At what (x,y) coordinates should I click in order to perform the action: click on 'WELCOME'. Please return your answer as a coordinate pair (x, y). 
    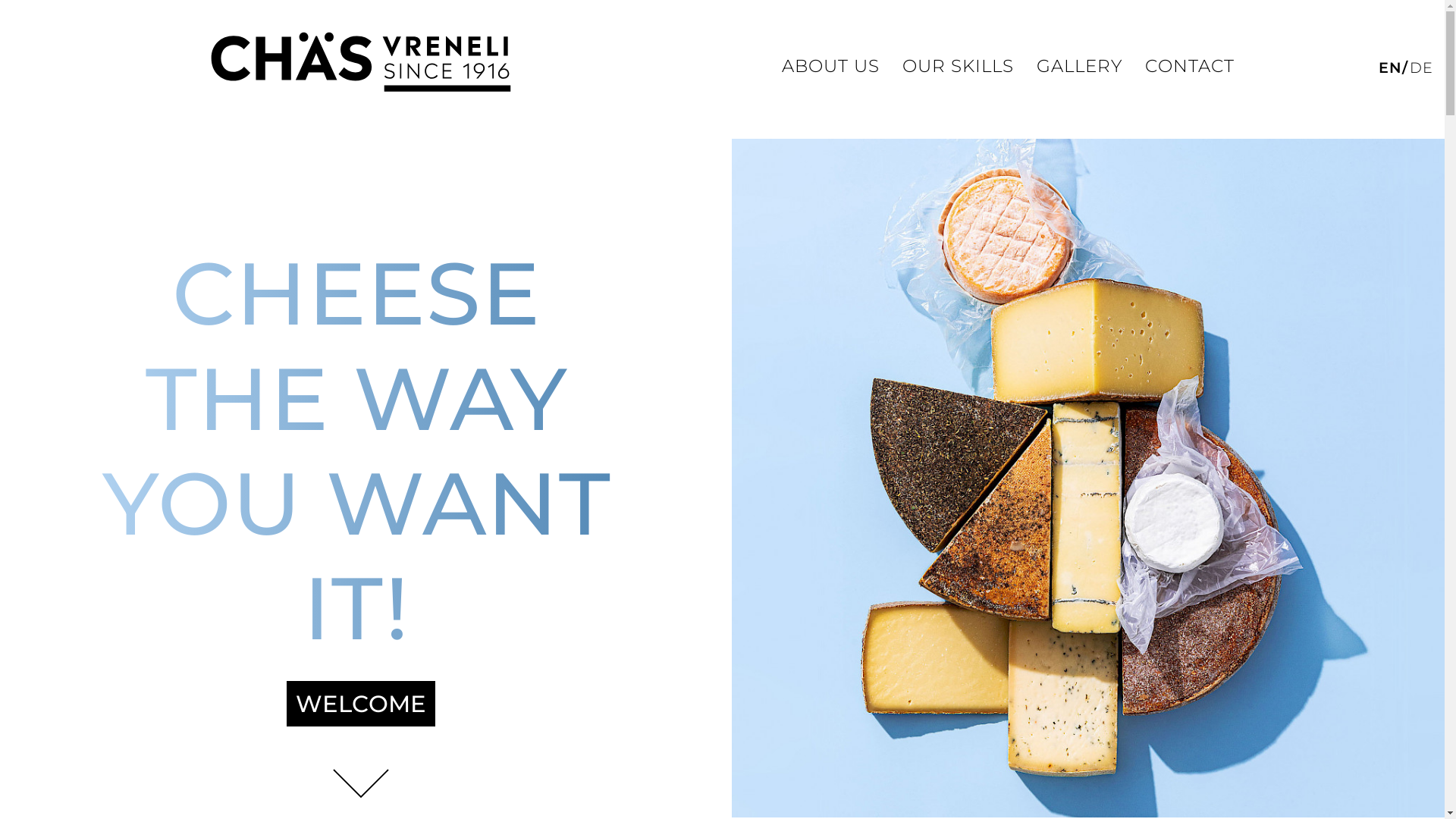
    Looking at the image, I should click on (359, 704).